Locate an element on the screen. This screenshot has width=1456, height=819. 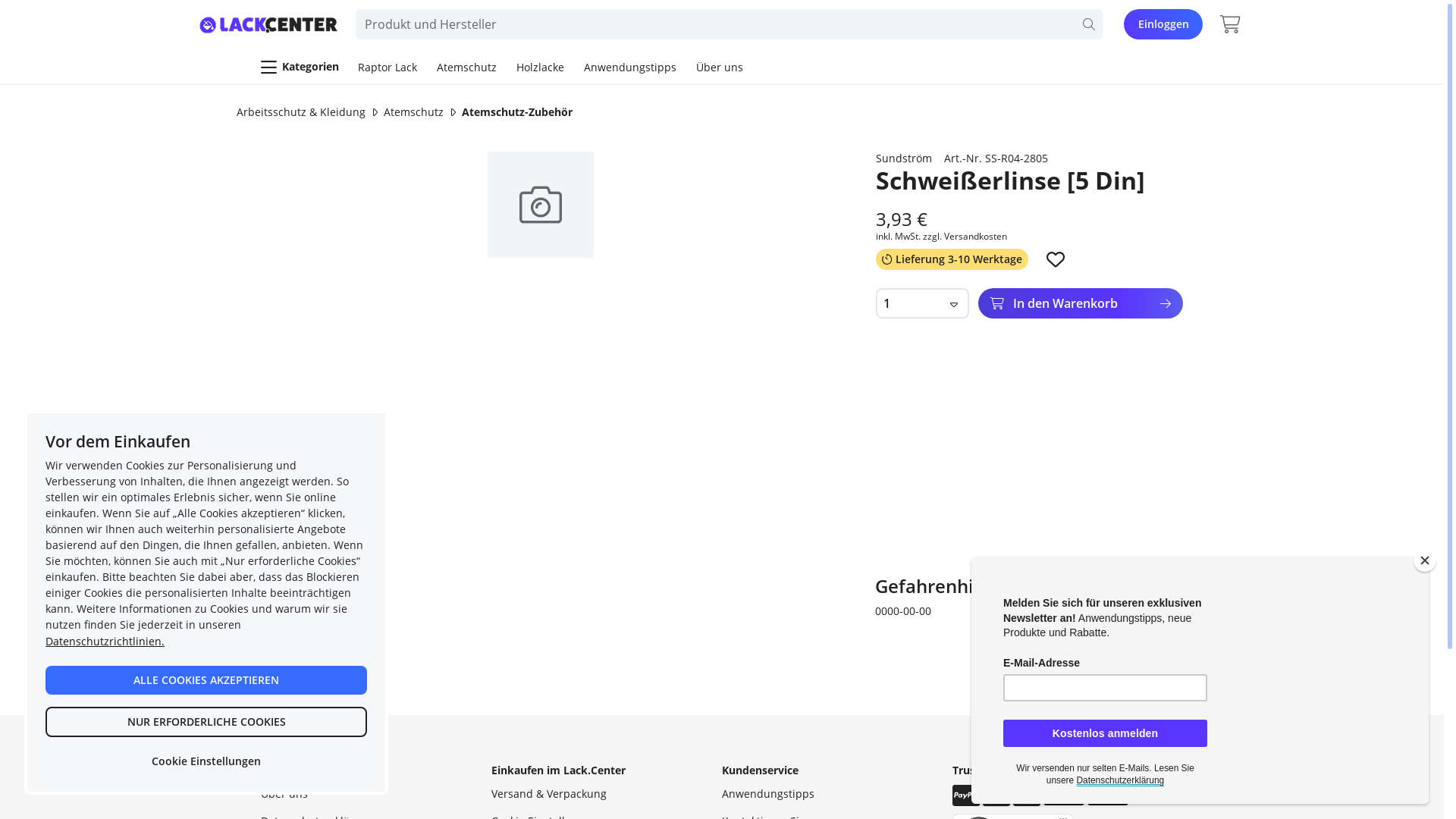
'ALLE COOKIES AKZEPTIEREN' is located at coordinates (206, 679).